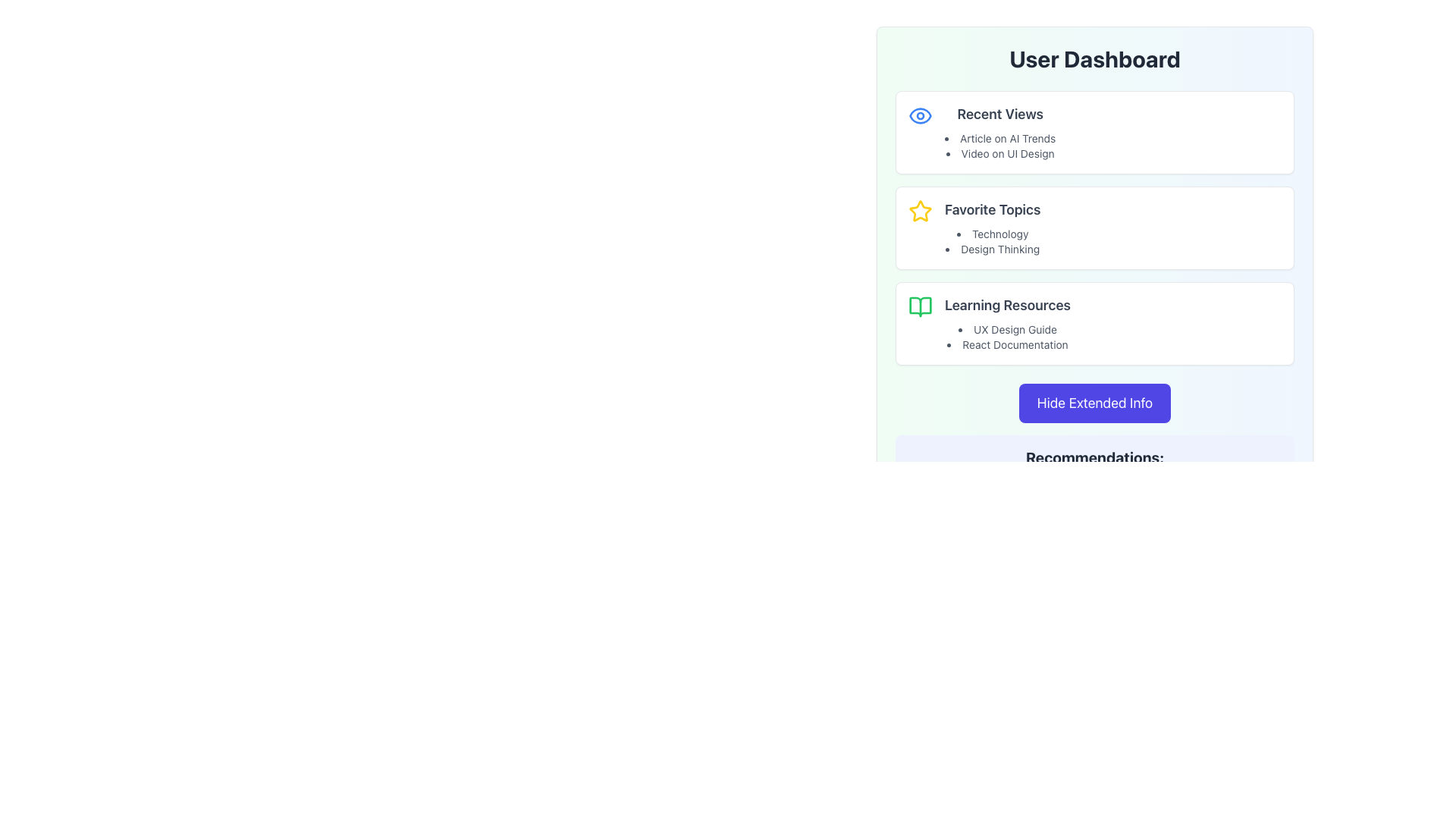 The image size is (1456, 819). I want to click on the green open book icon located in the 'Learning Resources' section of the User Dashboard, so click(920, 307).